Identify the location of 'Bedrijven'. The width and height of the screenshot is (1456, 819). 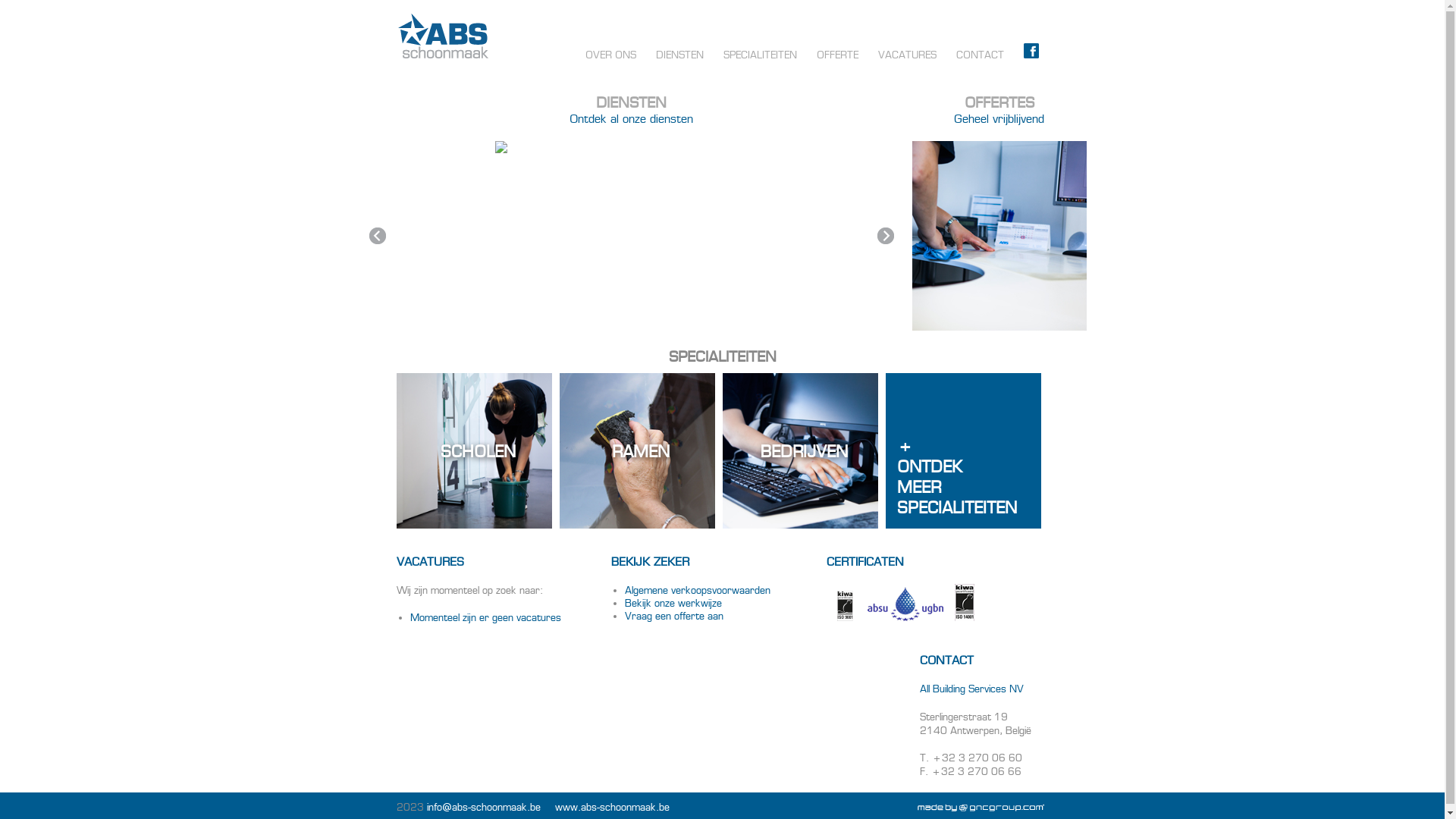
(799, 450).